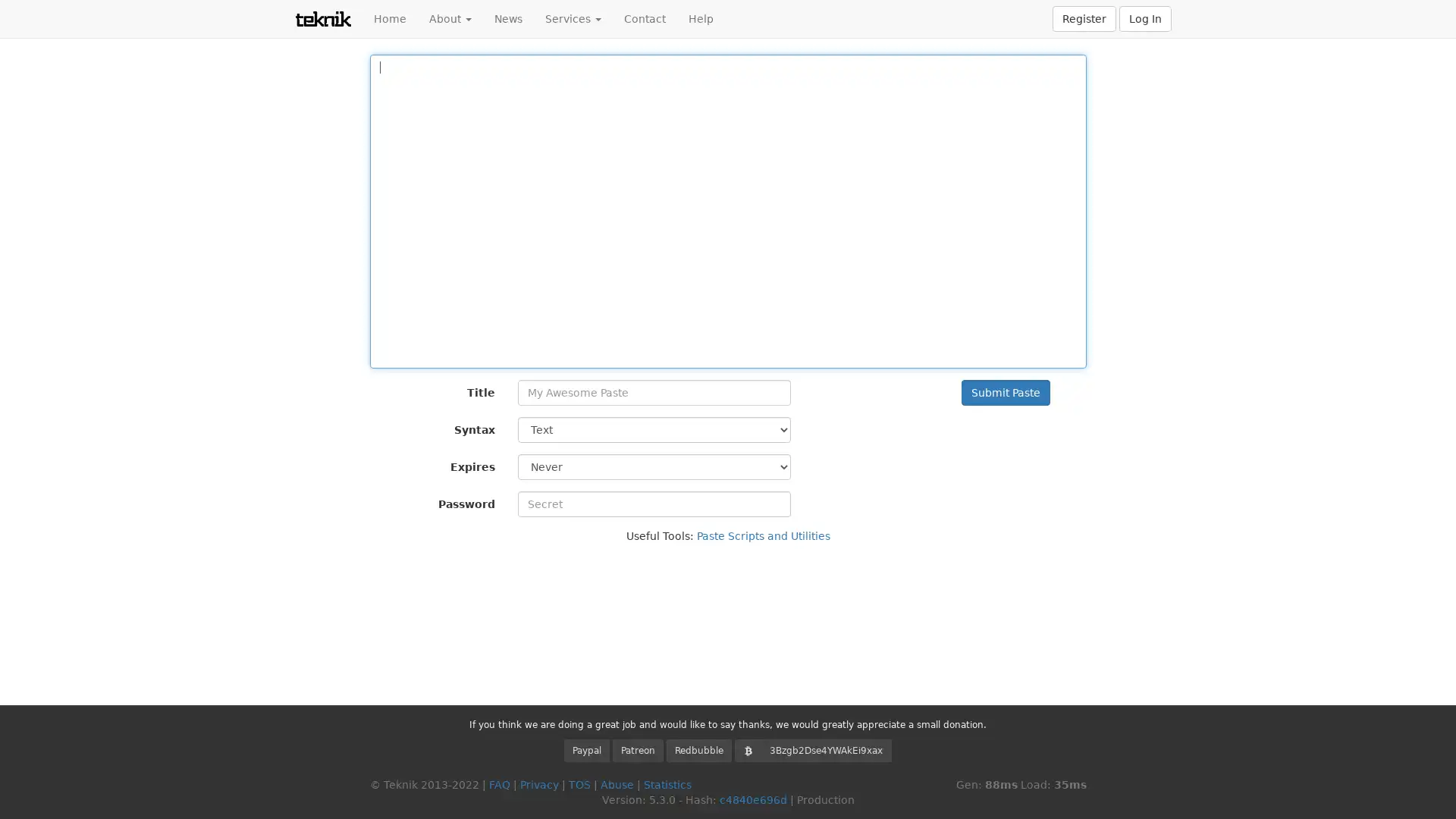  Describe the element at coordinates (1005, 391) in the screenshot. I see `Submit Paste` at that location.